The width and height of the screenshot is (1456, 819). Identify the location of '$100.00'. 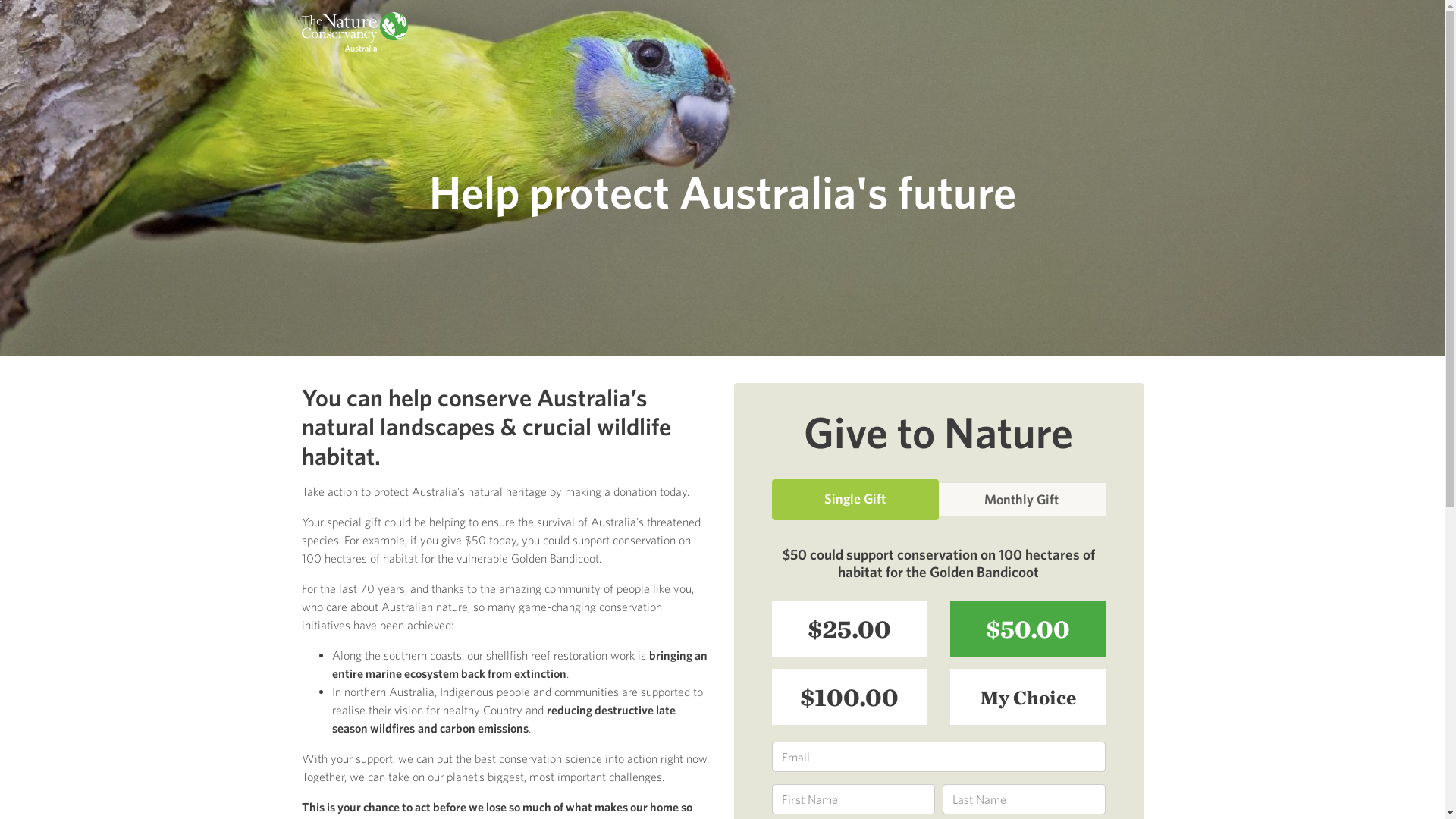
(849, 696).